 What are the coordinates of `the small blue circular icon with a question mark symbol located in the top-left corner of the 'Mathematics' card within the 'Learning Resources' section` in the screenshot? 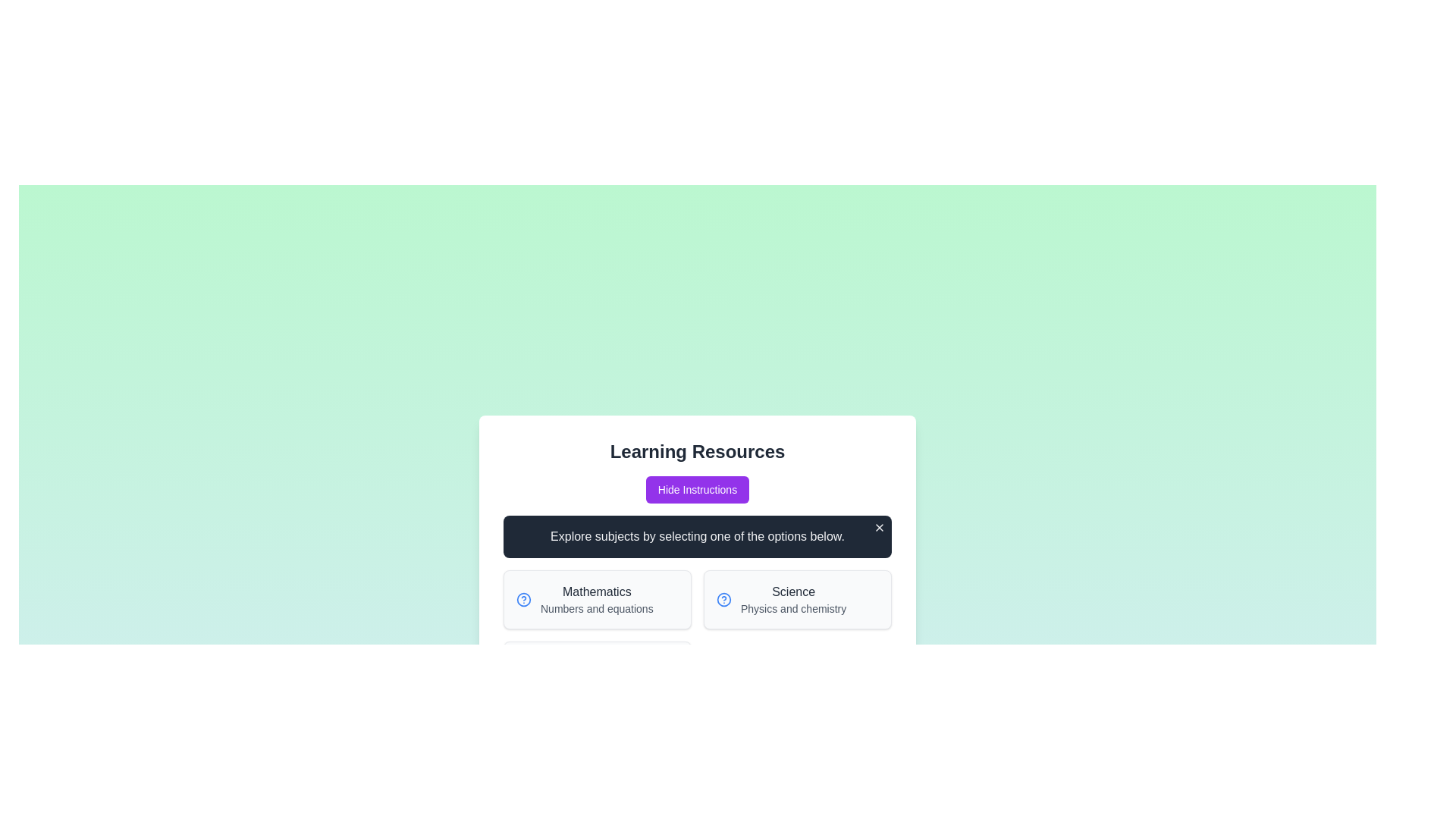 It's located at (524, 598).